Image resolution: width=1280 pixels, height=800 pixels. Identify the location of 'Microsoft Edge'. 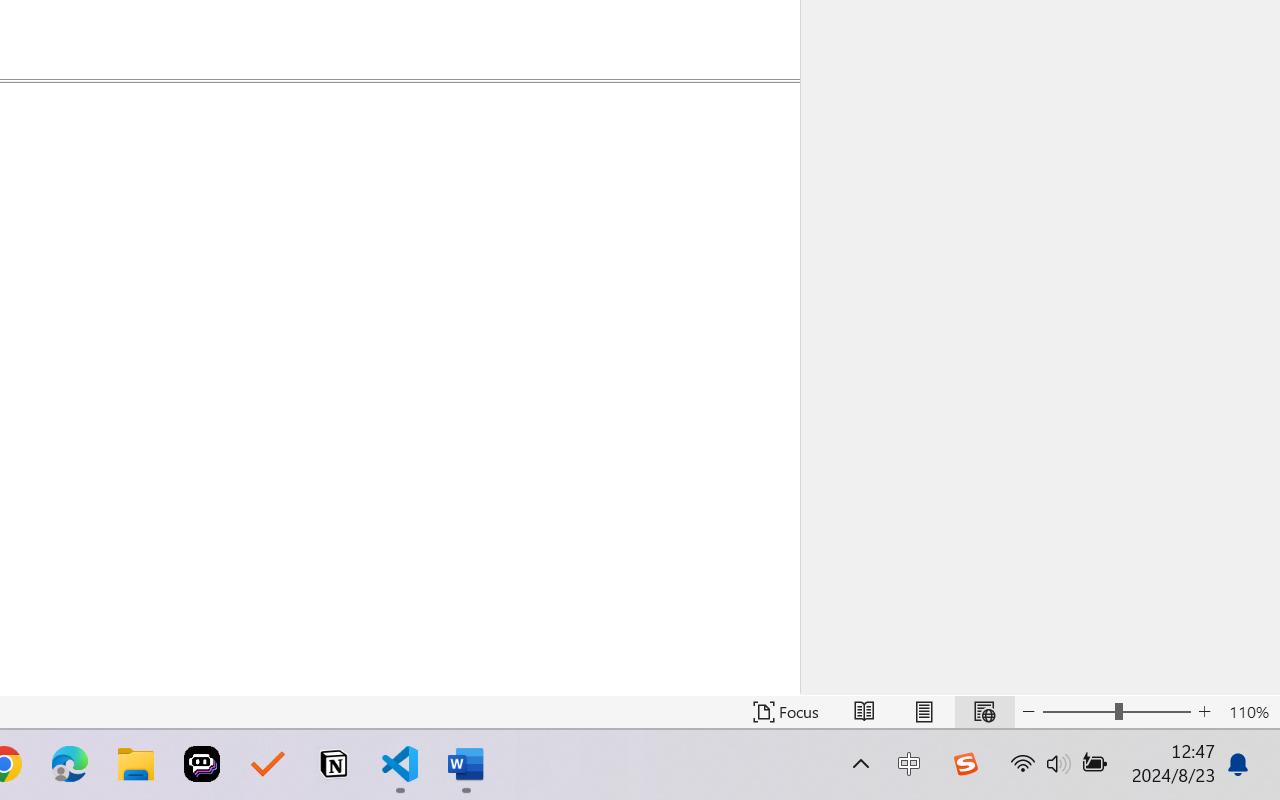
(69, 764).